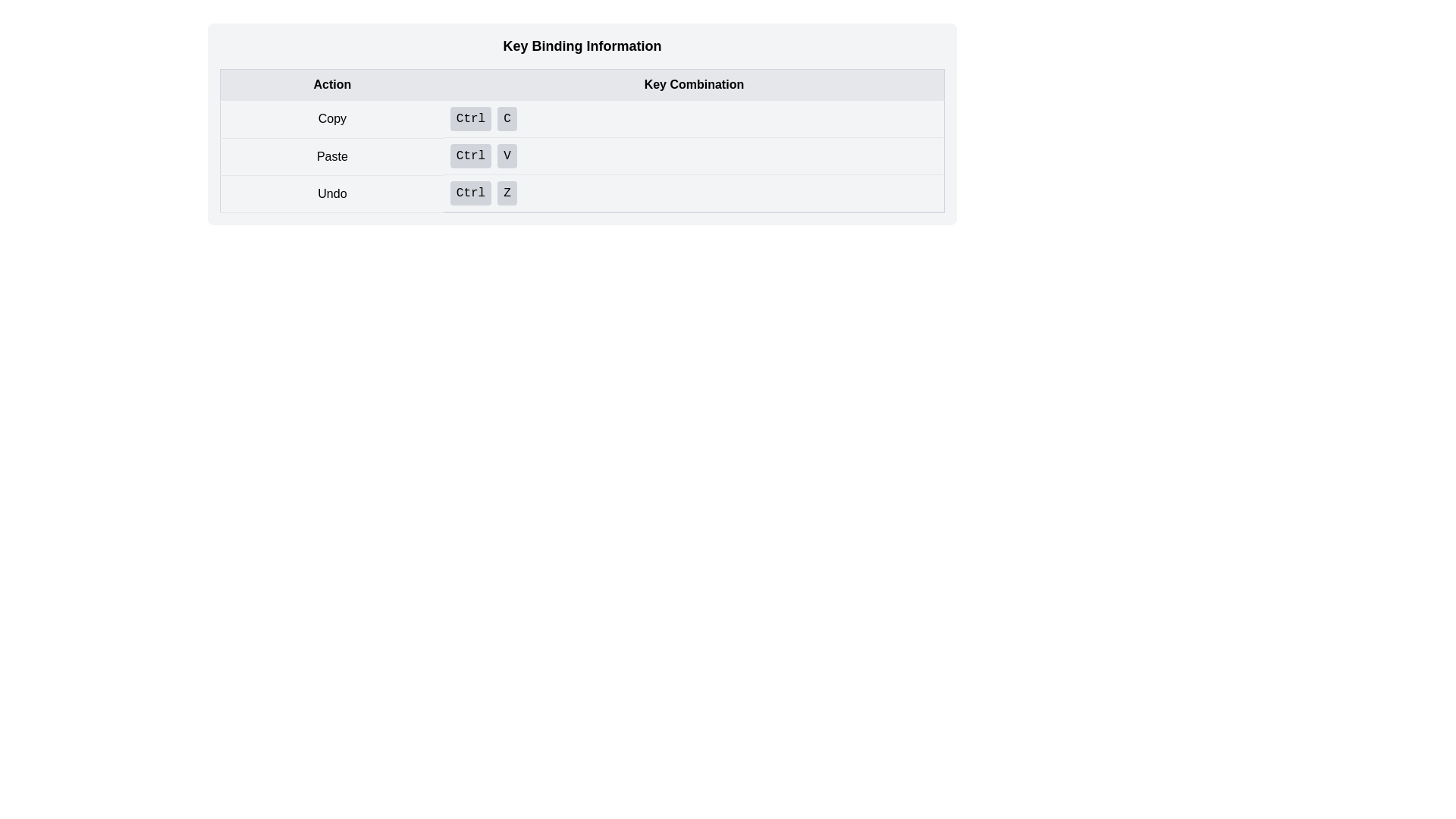 This screenshot has width=1456, height=819. What do you see at coordinates (331, 84) in the screenshot?
I see `text from the header label displaying 'Action' in bold font, located in the left column of the header row of a table layout` at bounding box center [331, 84].